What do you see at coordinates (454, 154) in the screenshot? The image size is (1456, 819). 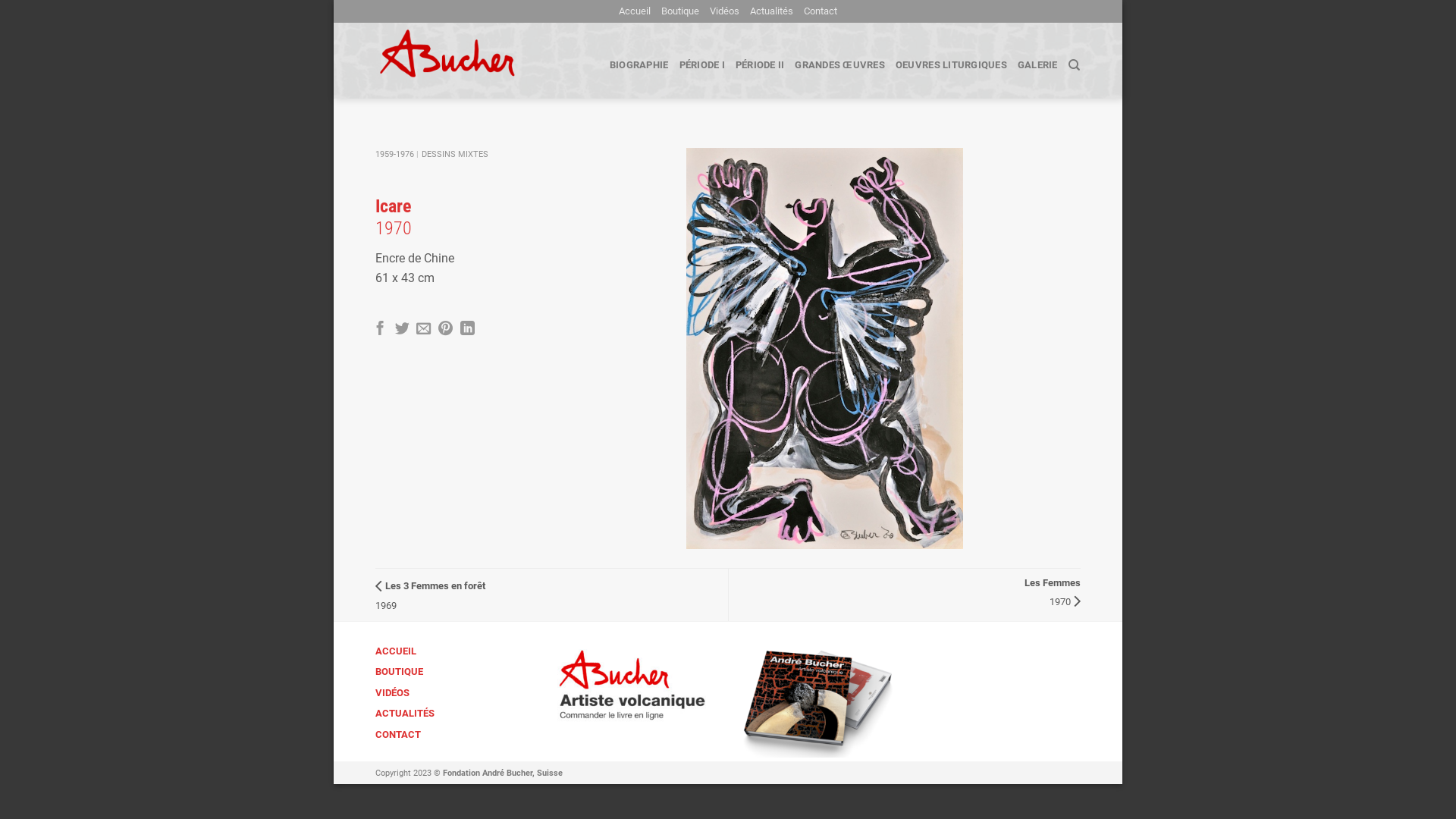 I see `'DESSINS MIXTES'` at bounding box center [454, 154].